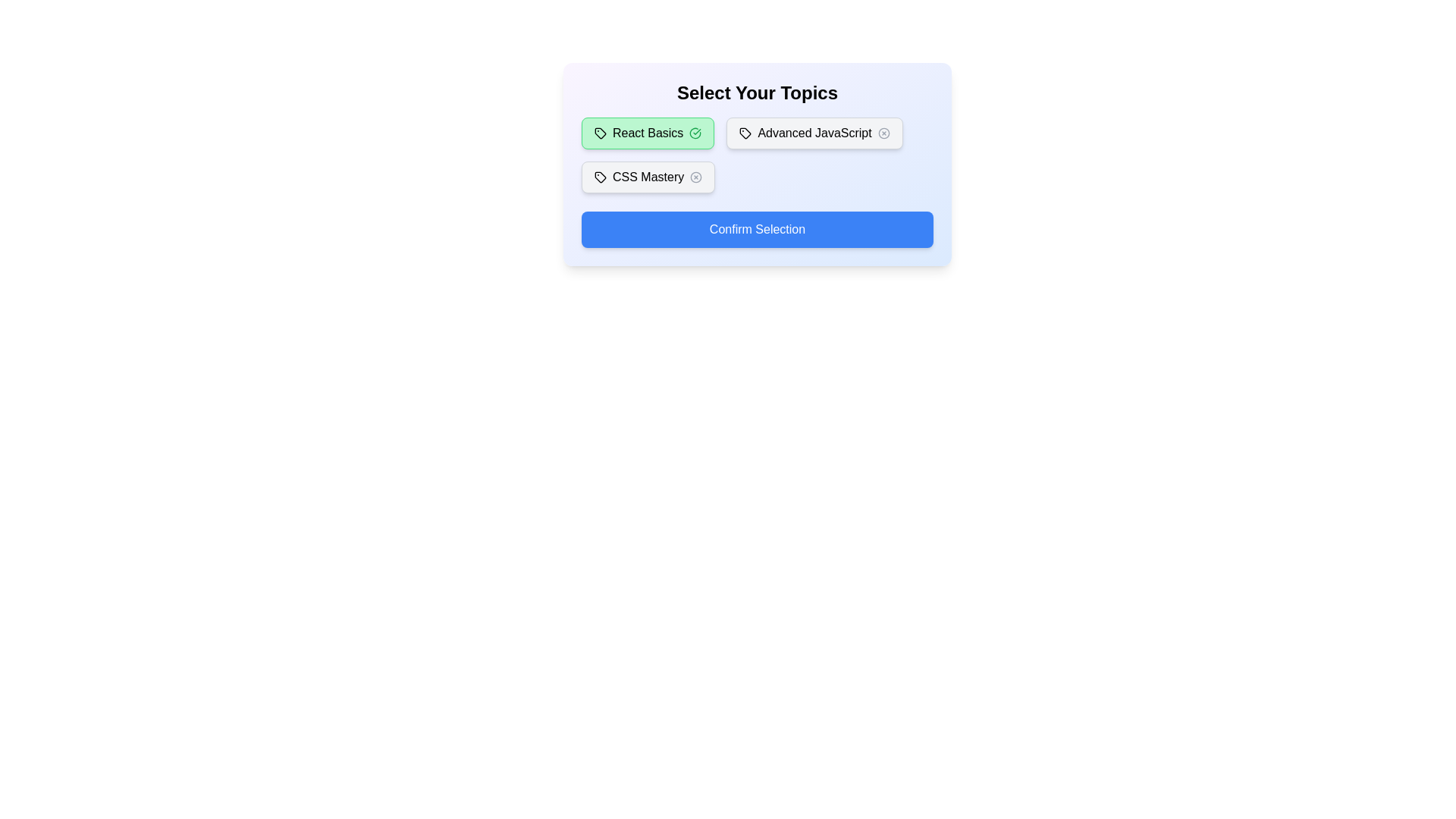 The height and width of the screenshot is (819, 1456). I want to click on the tag labeled CSS Mastery to toggle its active state, so click(648, 177).